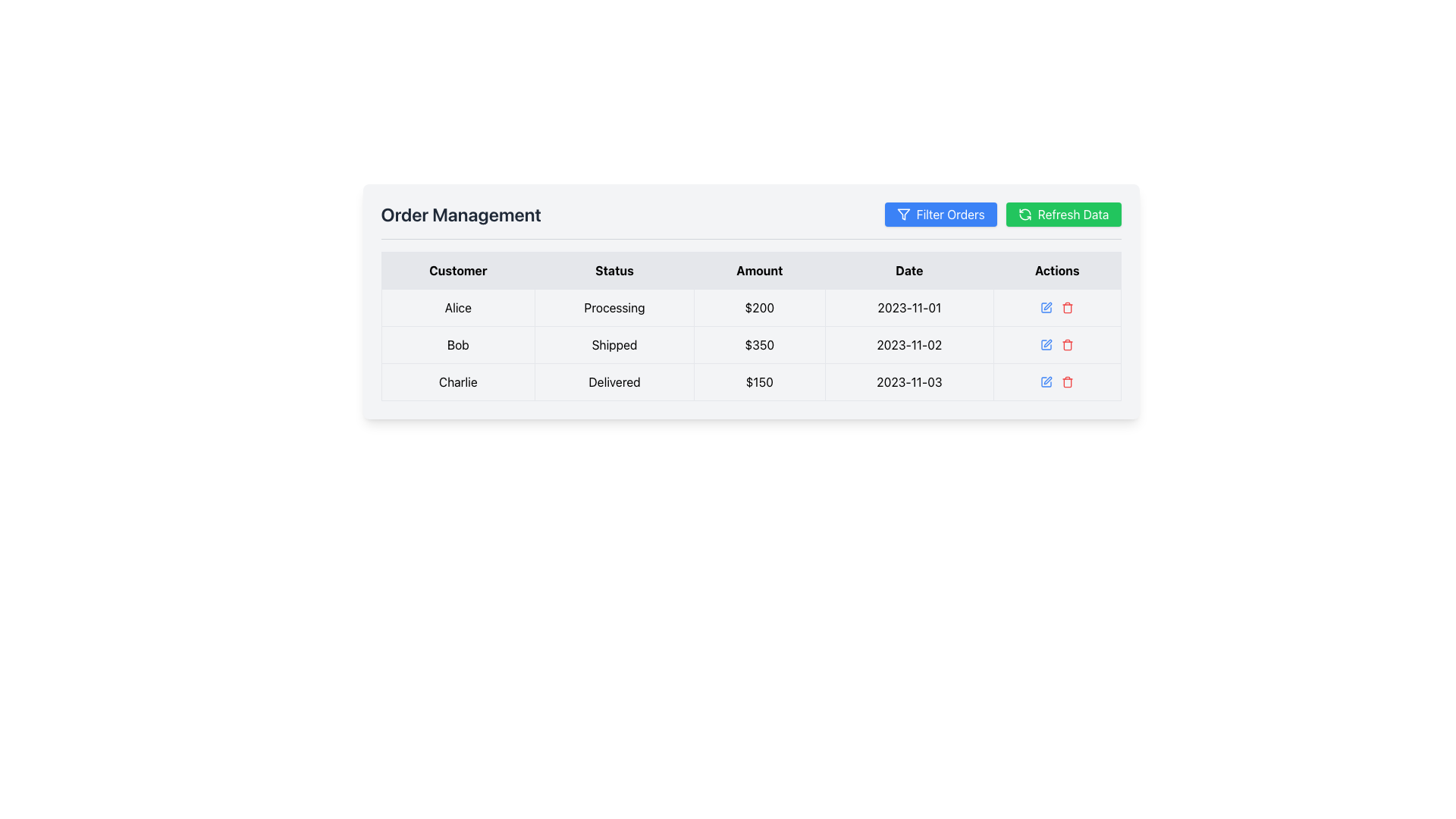 This screenshot has height=819, width=1456. I want to click on the 'Date' table cell in the second row corresponding to the customer 'Bob', so click(909, 345).